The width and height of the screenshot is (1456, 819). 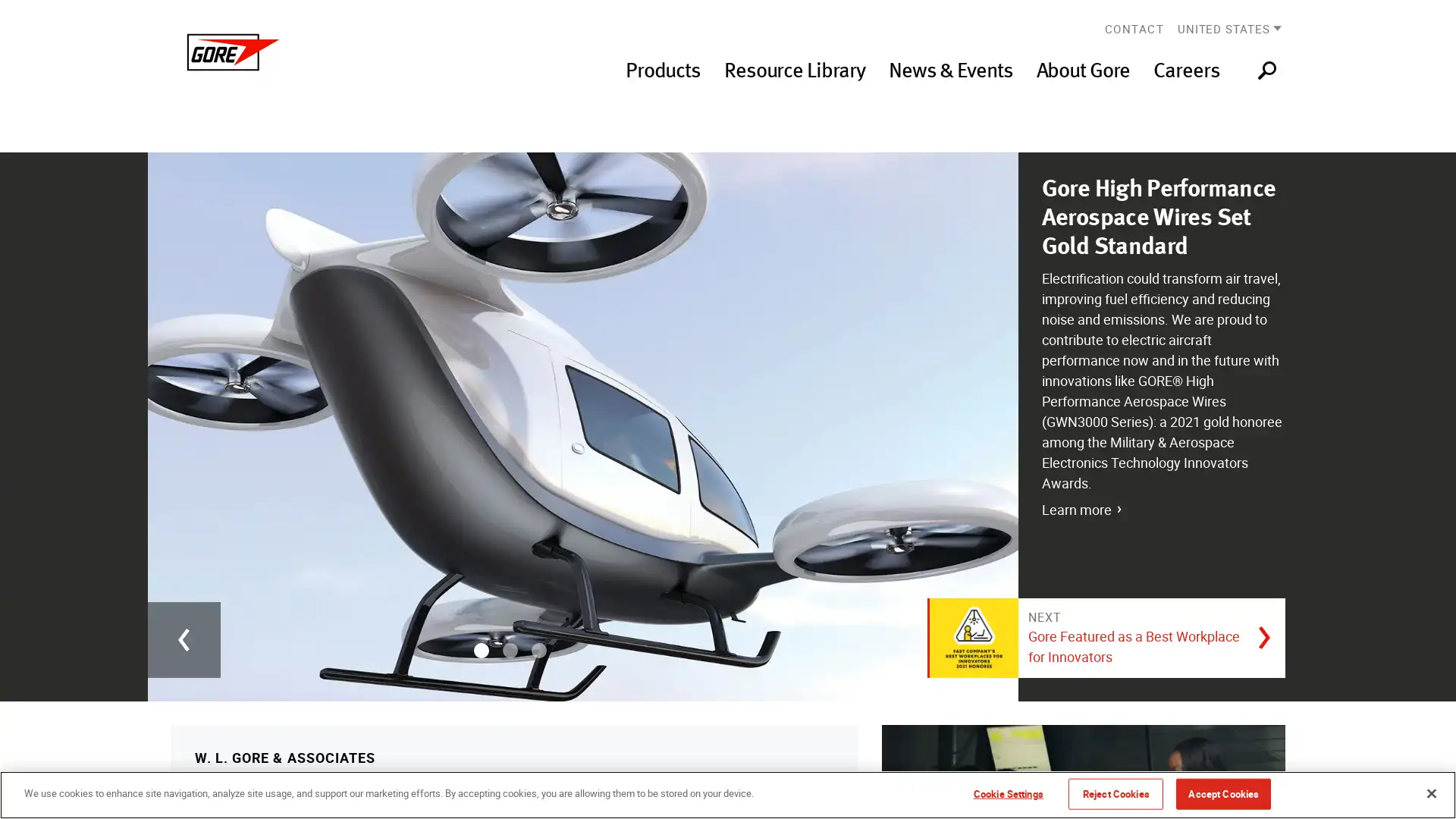 I want to click on GO TO SLIDE 2, so click(x=510, y=648).